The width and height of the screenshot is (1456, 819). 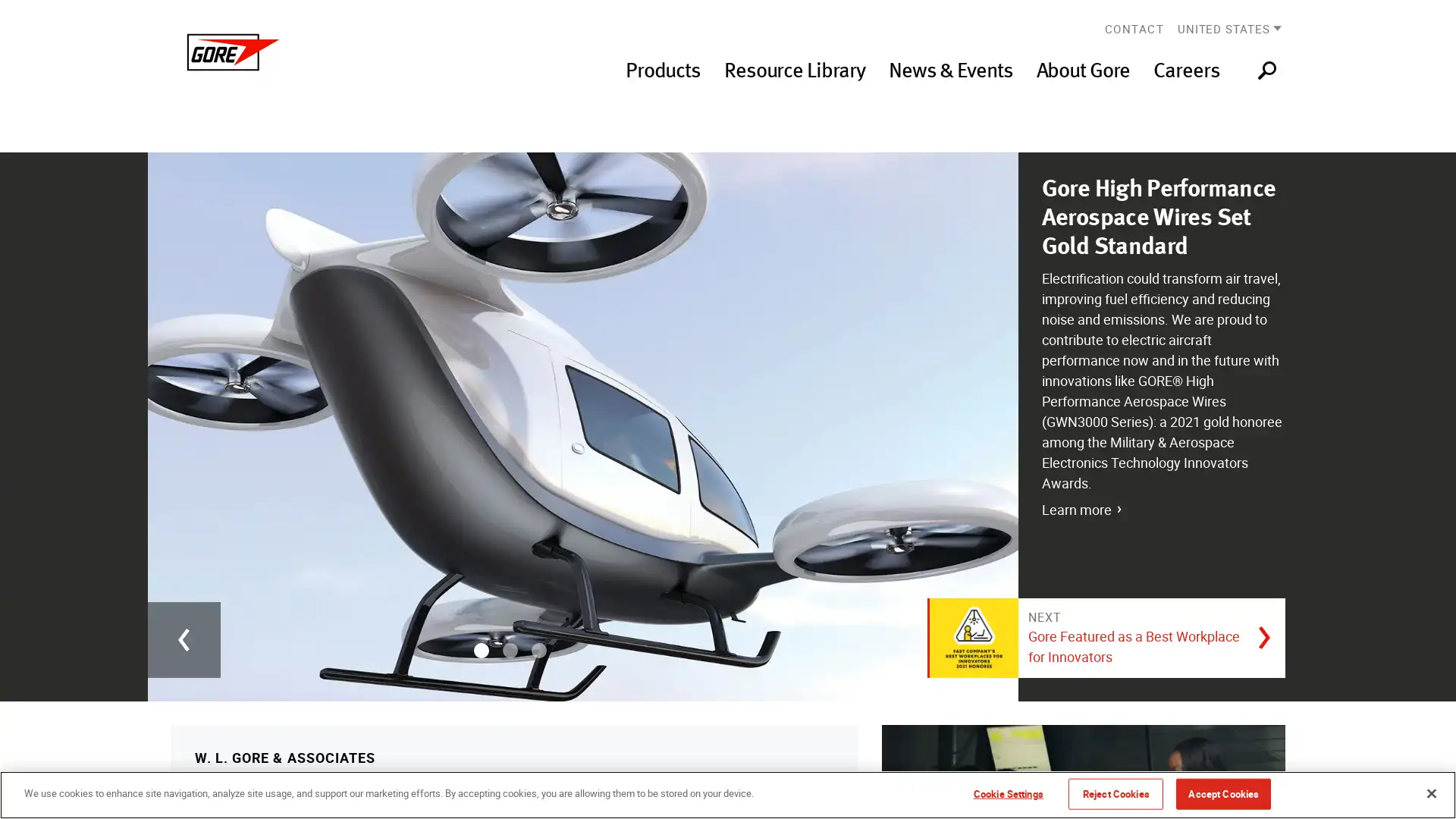 I want to click on GO TO SLIDE 2, so click(x=510, y=648).